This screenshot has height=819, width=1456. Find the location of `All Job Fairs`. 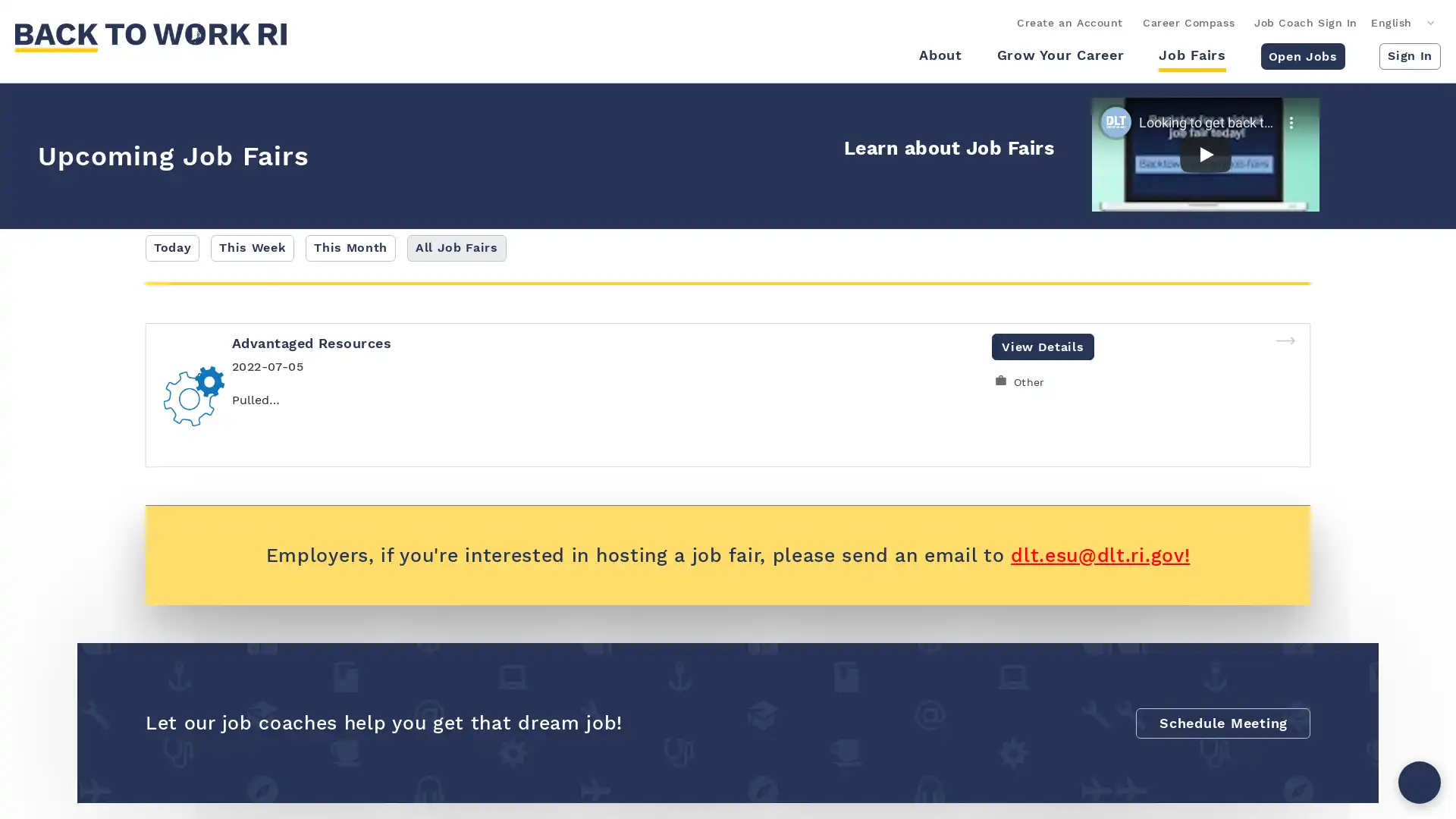

All Job Fairs is located at coordinates (455, 247).